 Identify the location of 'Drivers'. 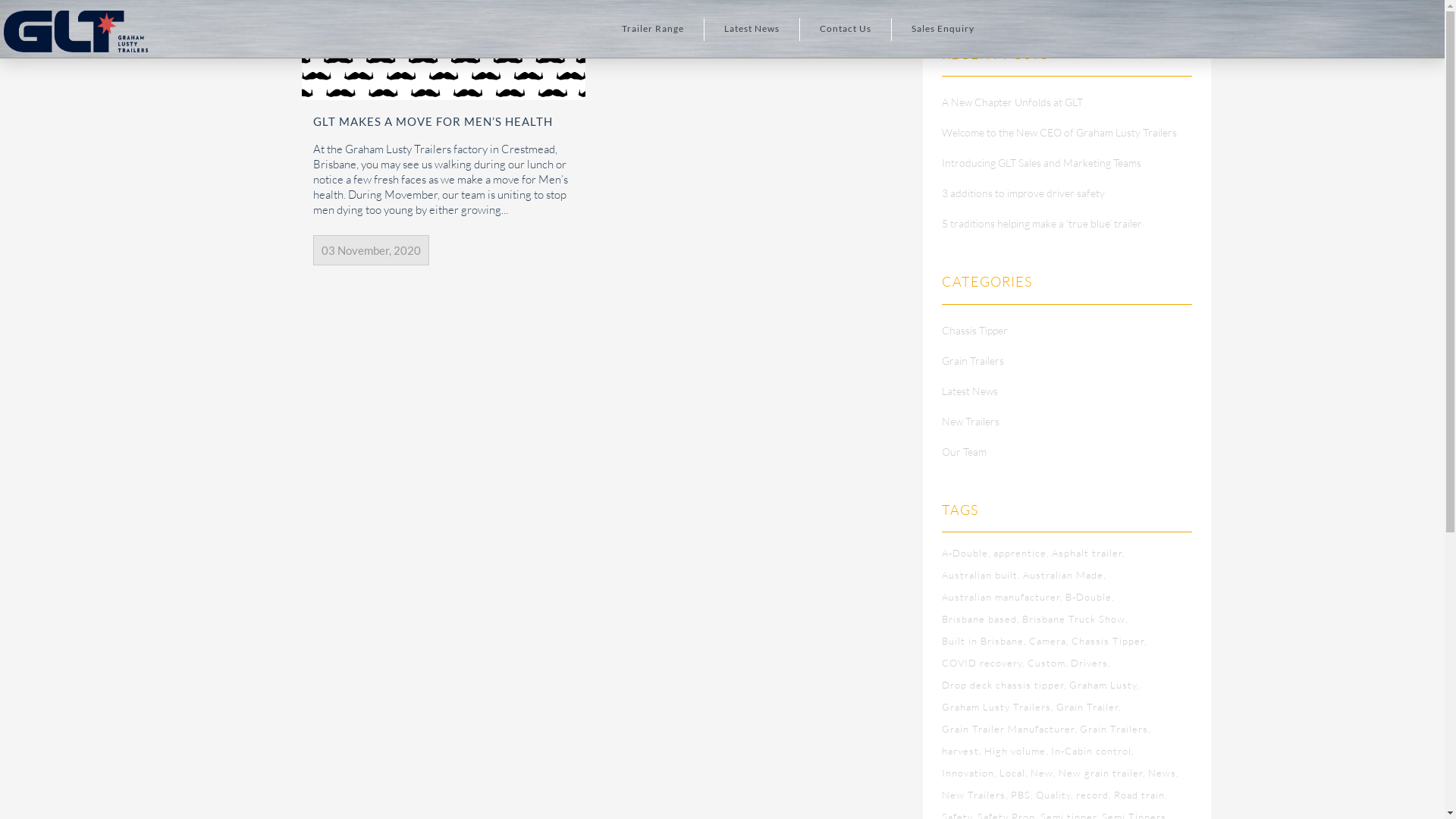
(1090, 662).